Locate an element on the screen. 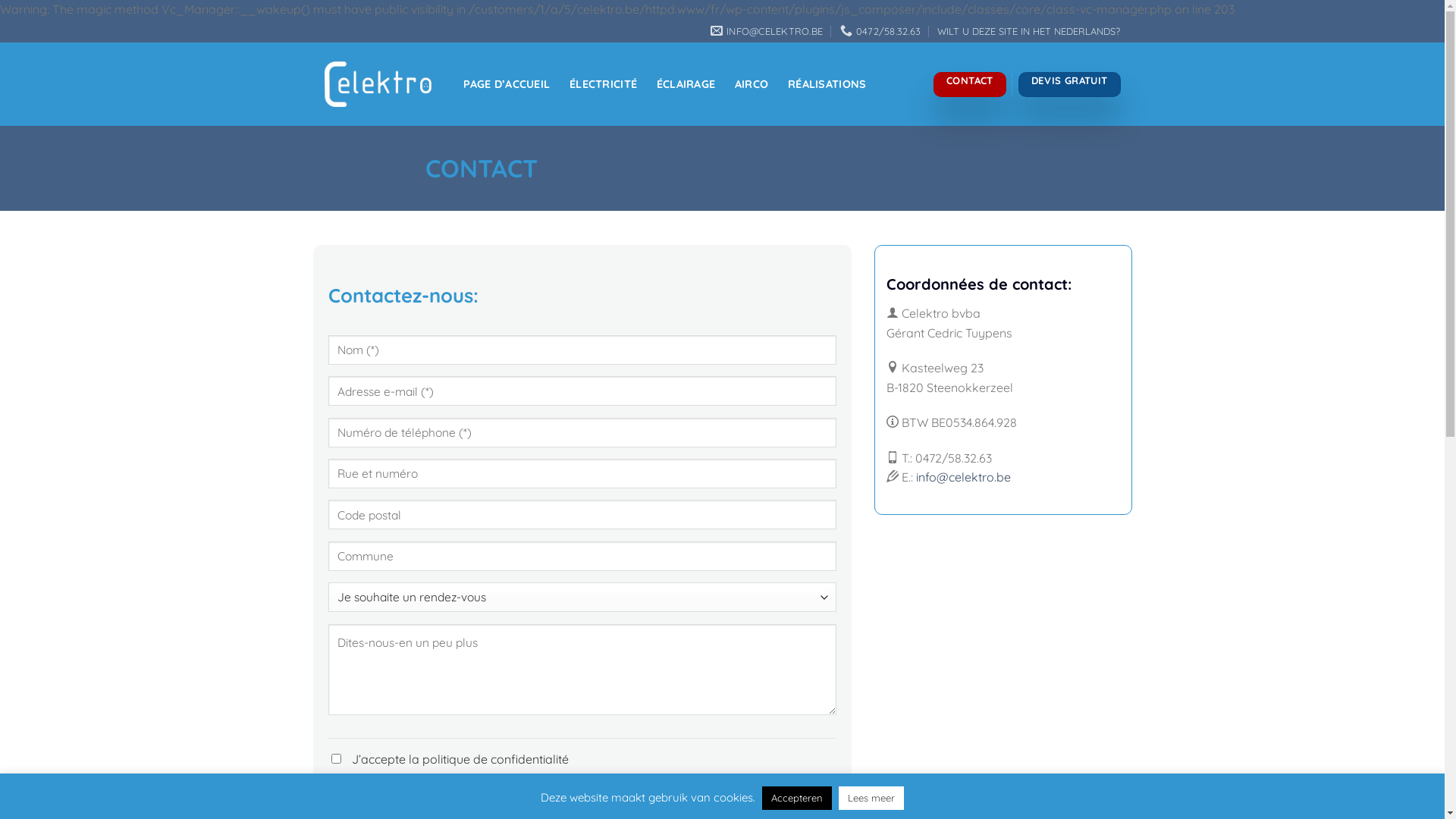 Image resolution: width=1456 pixels, height=819 pixels. '0472/58.32.63' is located at coordinates (880, 31).